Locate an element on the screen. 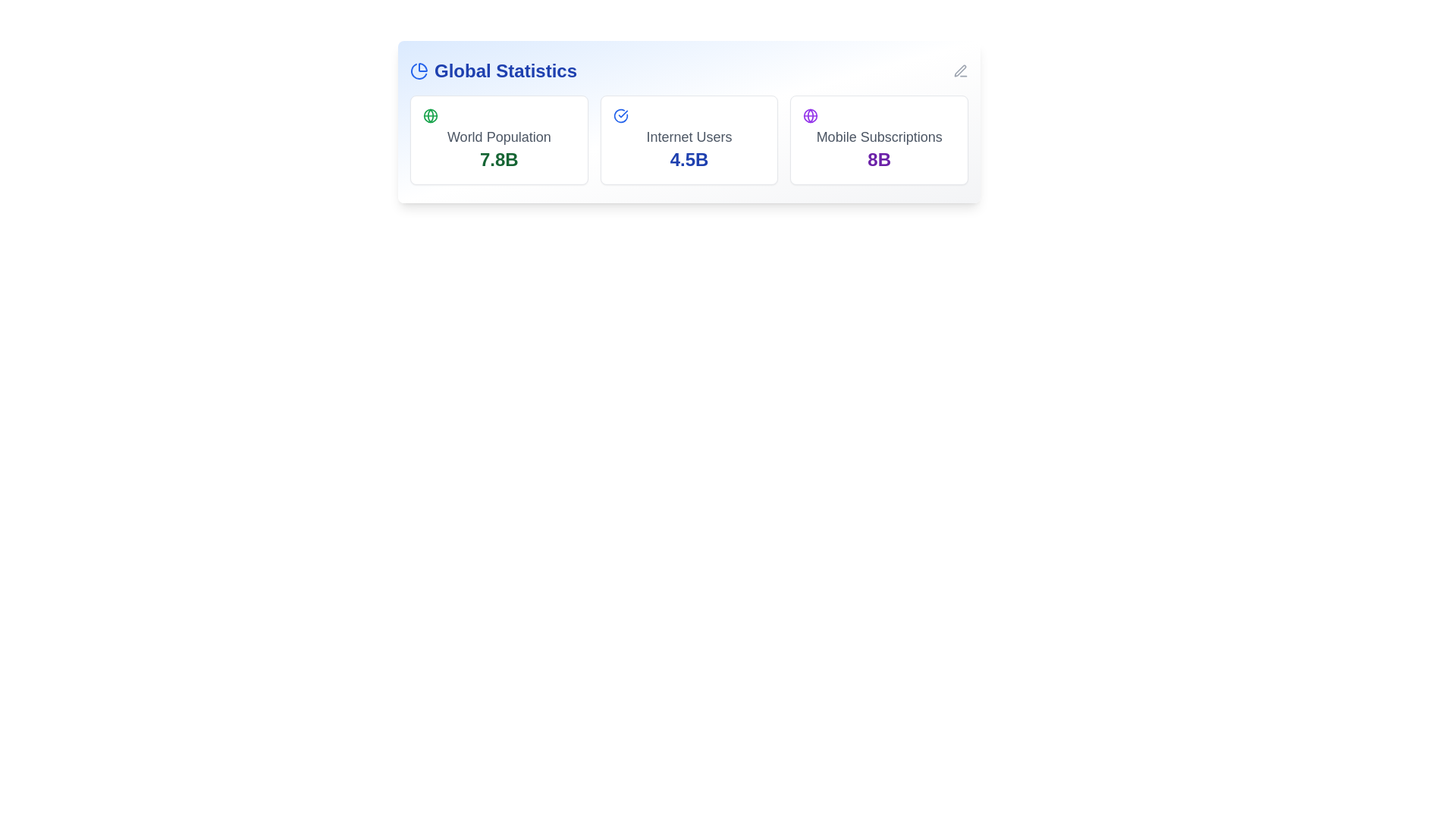 The width and height of the screenshot is (1456, 819). the 'World Population' display card element is located at coordinates (499, 140).